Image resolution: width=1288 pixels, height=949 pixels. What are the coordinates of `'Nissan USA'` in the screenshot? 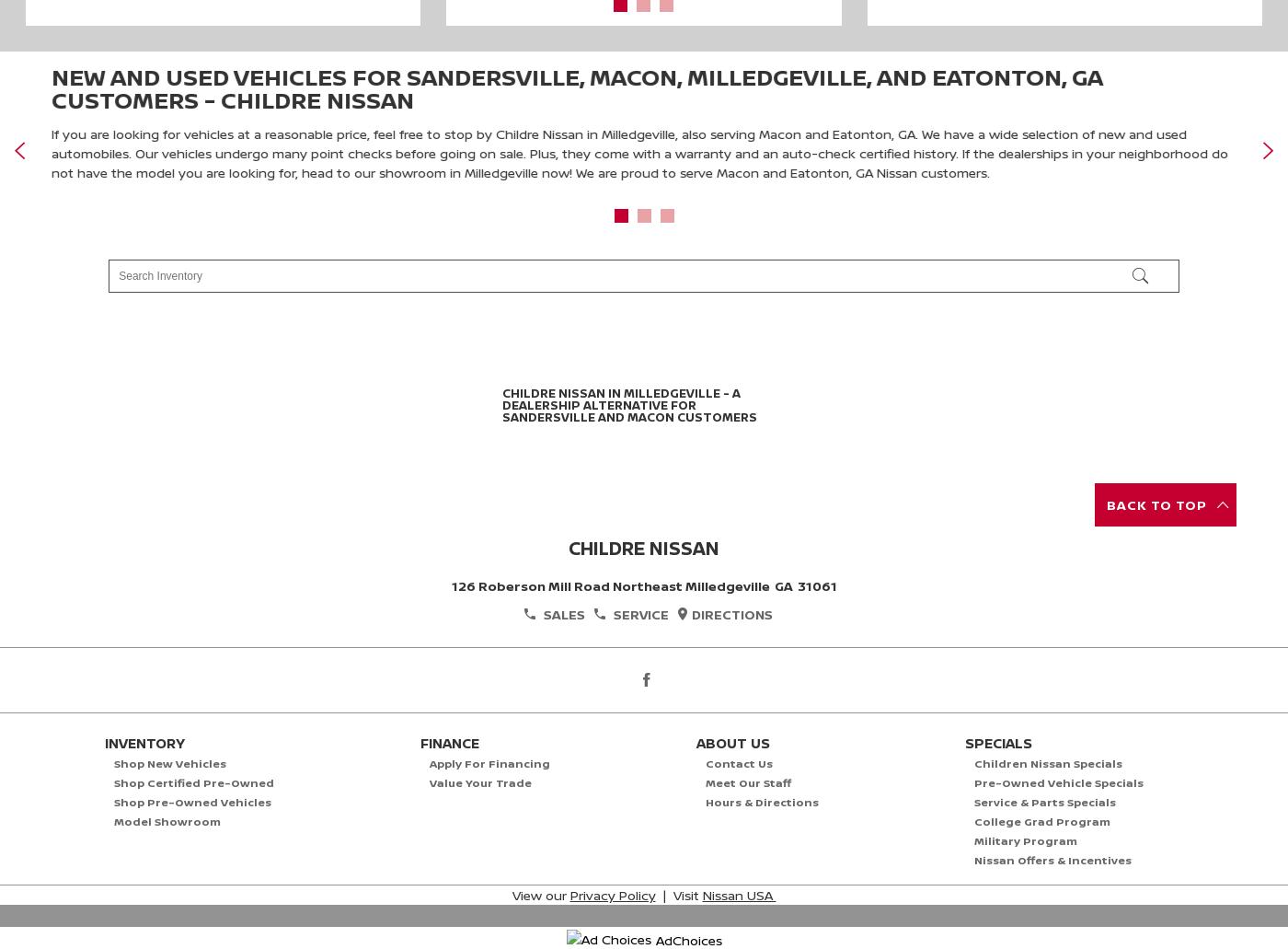 It's located at (702, 892).